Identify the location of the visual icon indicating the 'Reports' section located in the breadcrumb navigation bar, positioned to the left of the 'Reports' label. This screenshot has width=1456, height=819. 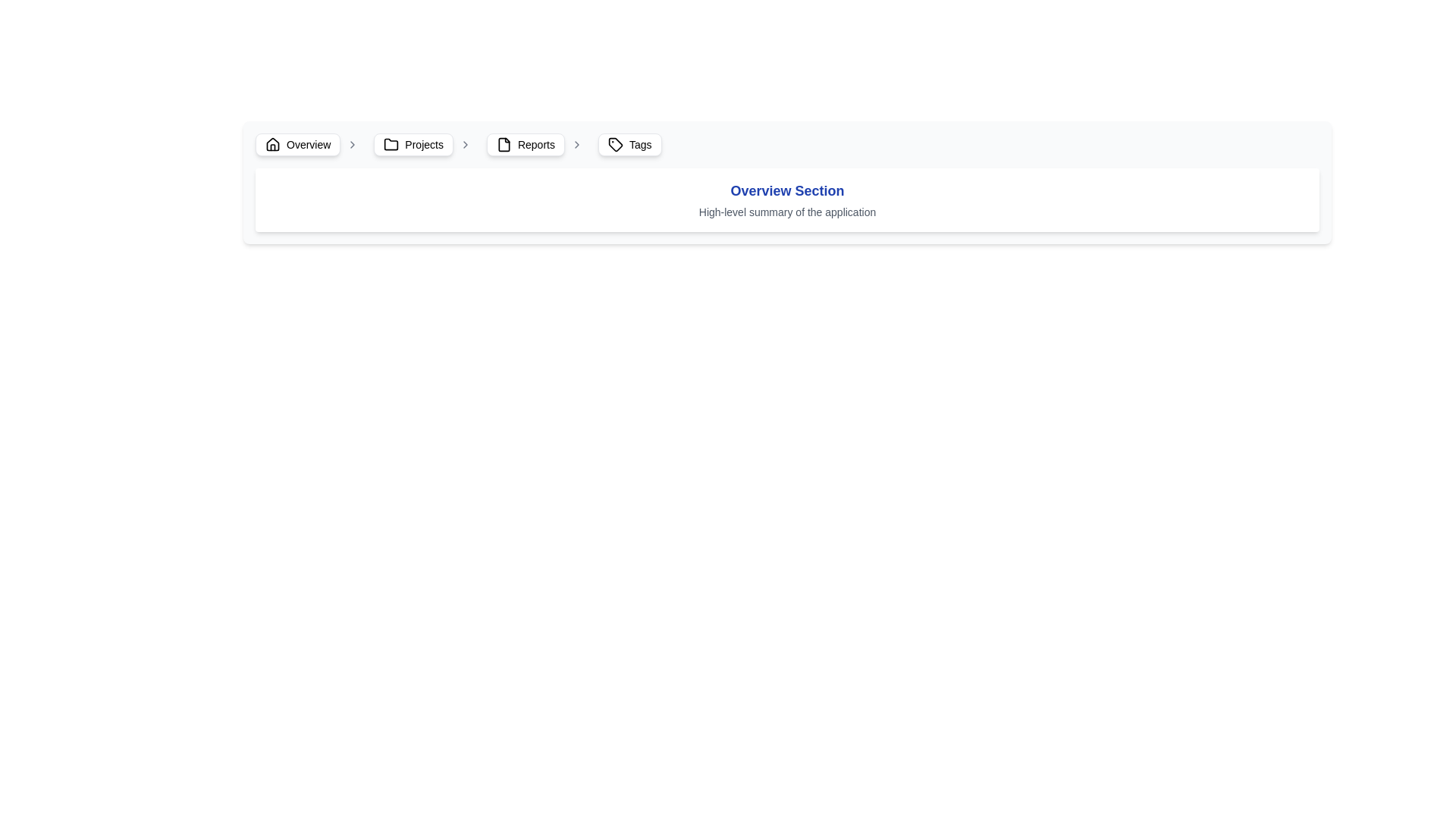
(504, 145).